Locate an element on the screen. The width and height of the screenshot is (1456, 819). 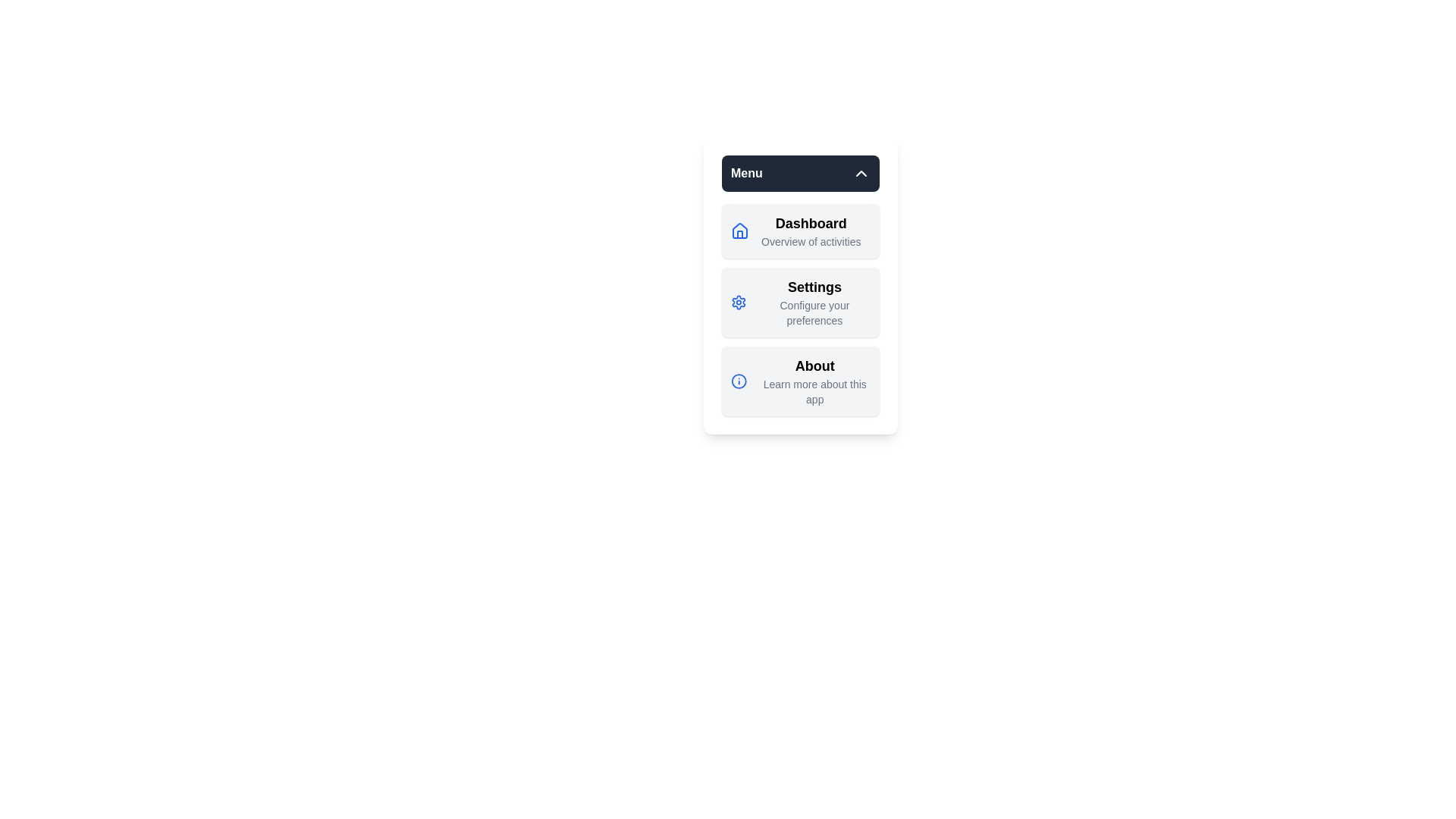
the menu item icon corresponding to Dashboard is located at coordinates (739, 231).